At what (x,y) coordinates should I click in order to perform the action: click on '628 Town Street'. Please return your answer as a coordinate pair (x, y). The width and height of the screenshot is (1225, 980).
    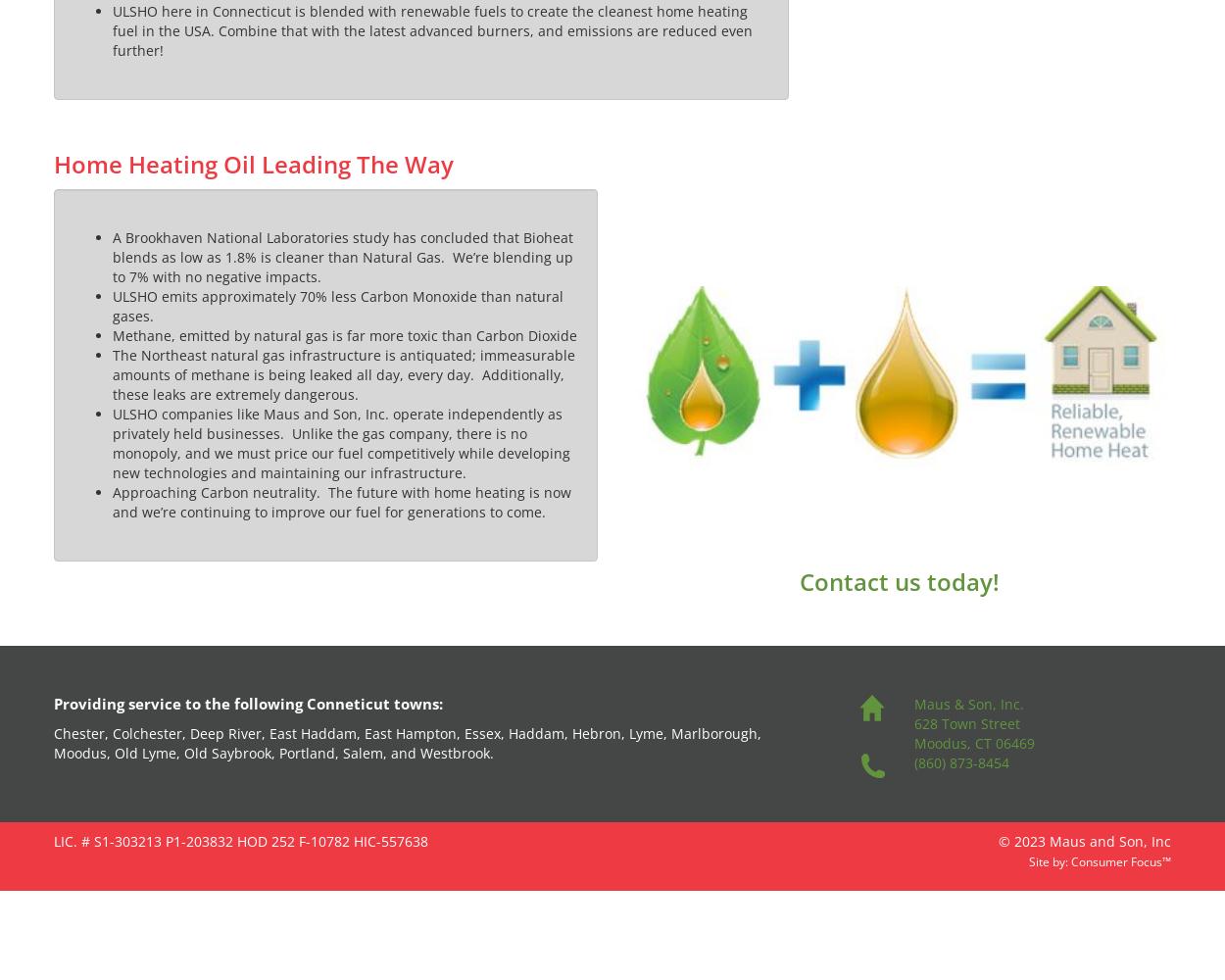
    Looking at the image, I should click on (964, 722).